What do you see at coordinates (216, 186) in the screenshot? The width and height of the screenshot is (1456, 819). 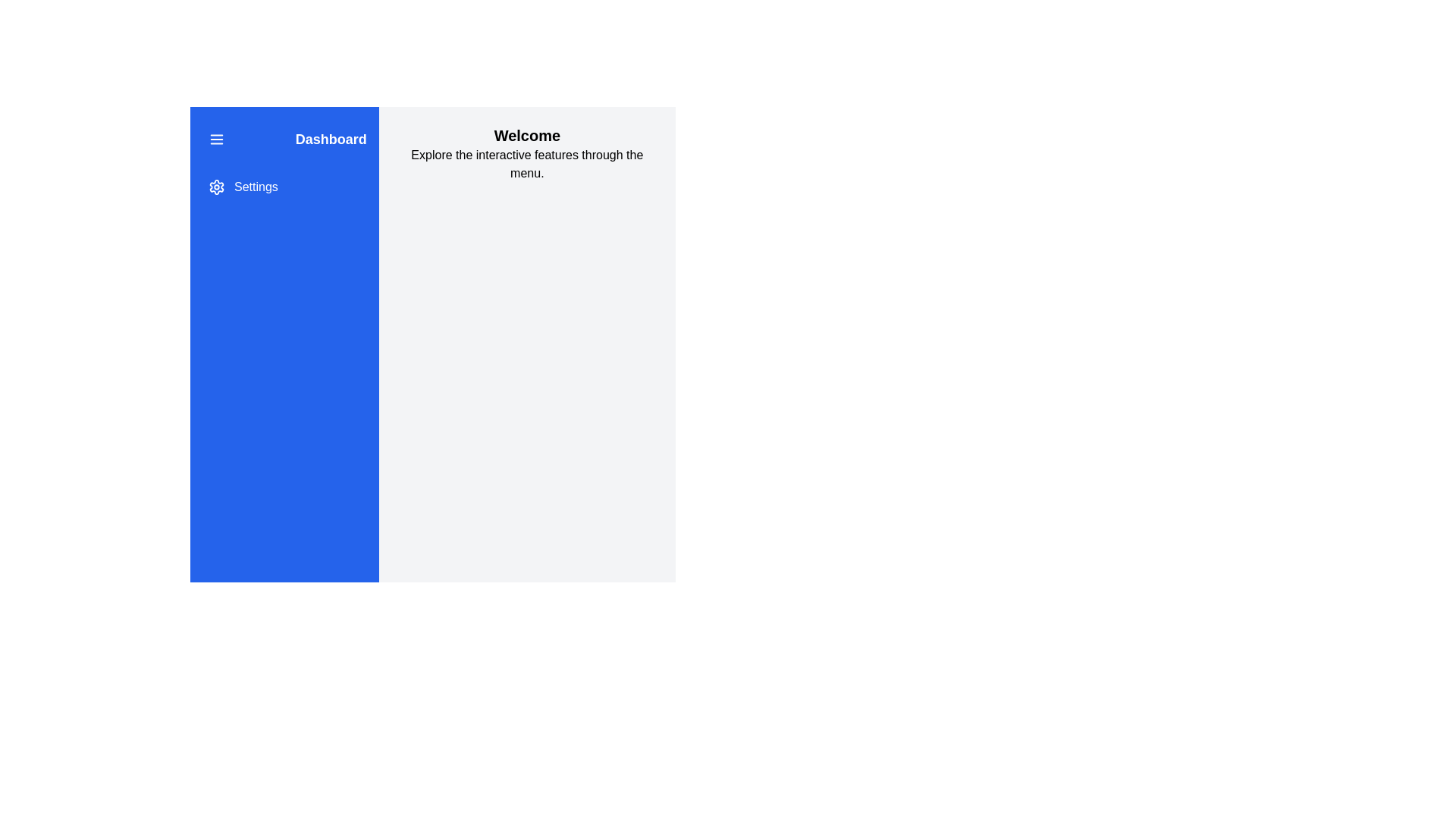 I see `the settings icon, which resembles a gear and is located next to the label 'Settings' in the vertical menu on the left side of the interface` at bounding box center [216, 186].